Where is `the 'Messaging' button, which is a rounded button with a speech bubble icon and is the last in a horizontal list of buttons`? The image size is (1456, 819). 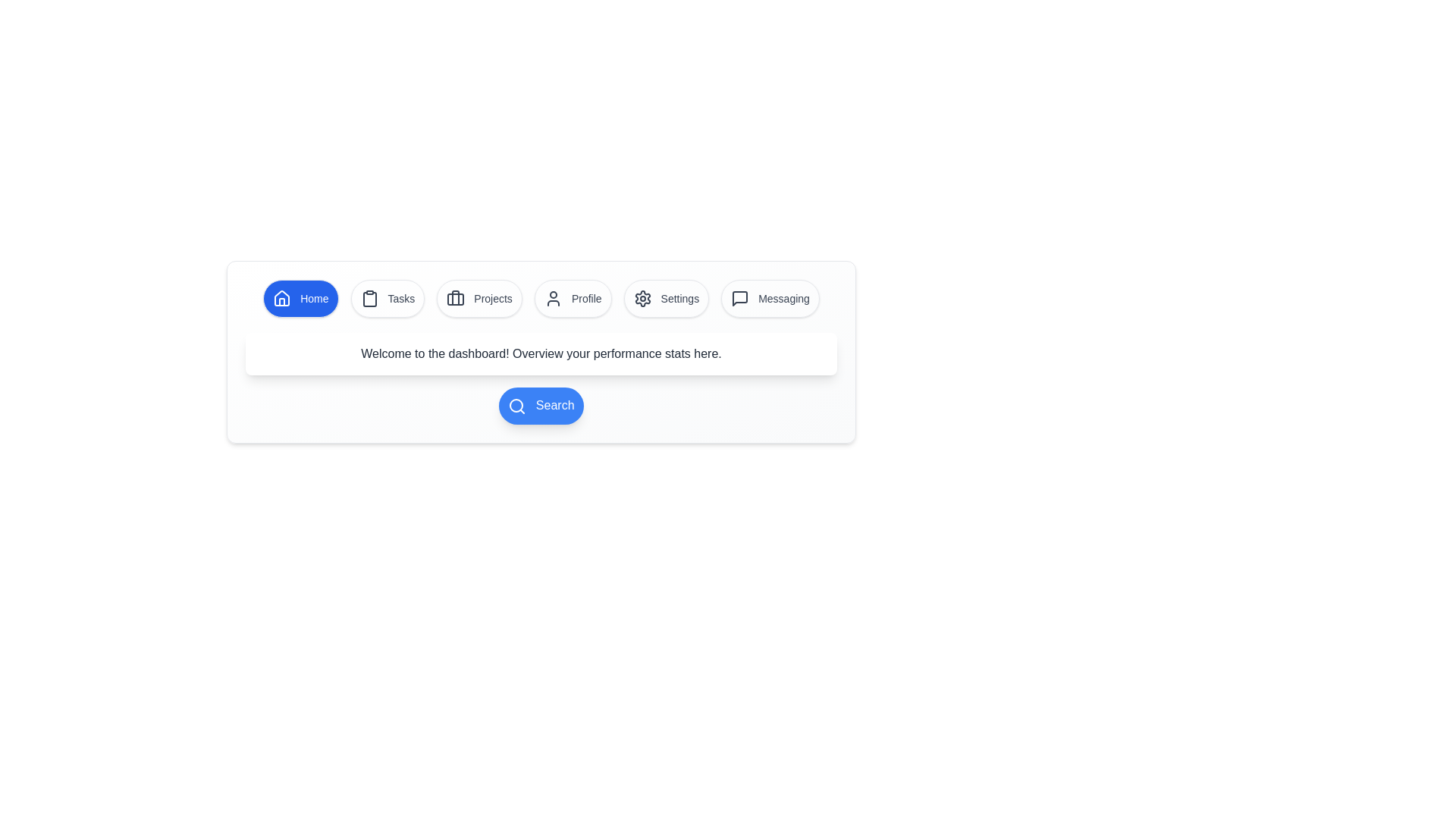
the 'Messaging' button, which is a rounded button with a speech bubble icon and is the last in a horizontal list of buttons is located at coordinates (770, 298).